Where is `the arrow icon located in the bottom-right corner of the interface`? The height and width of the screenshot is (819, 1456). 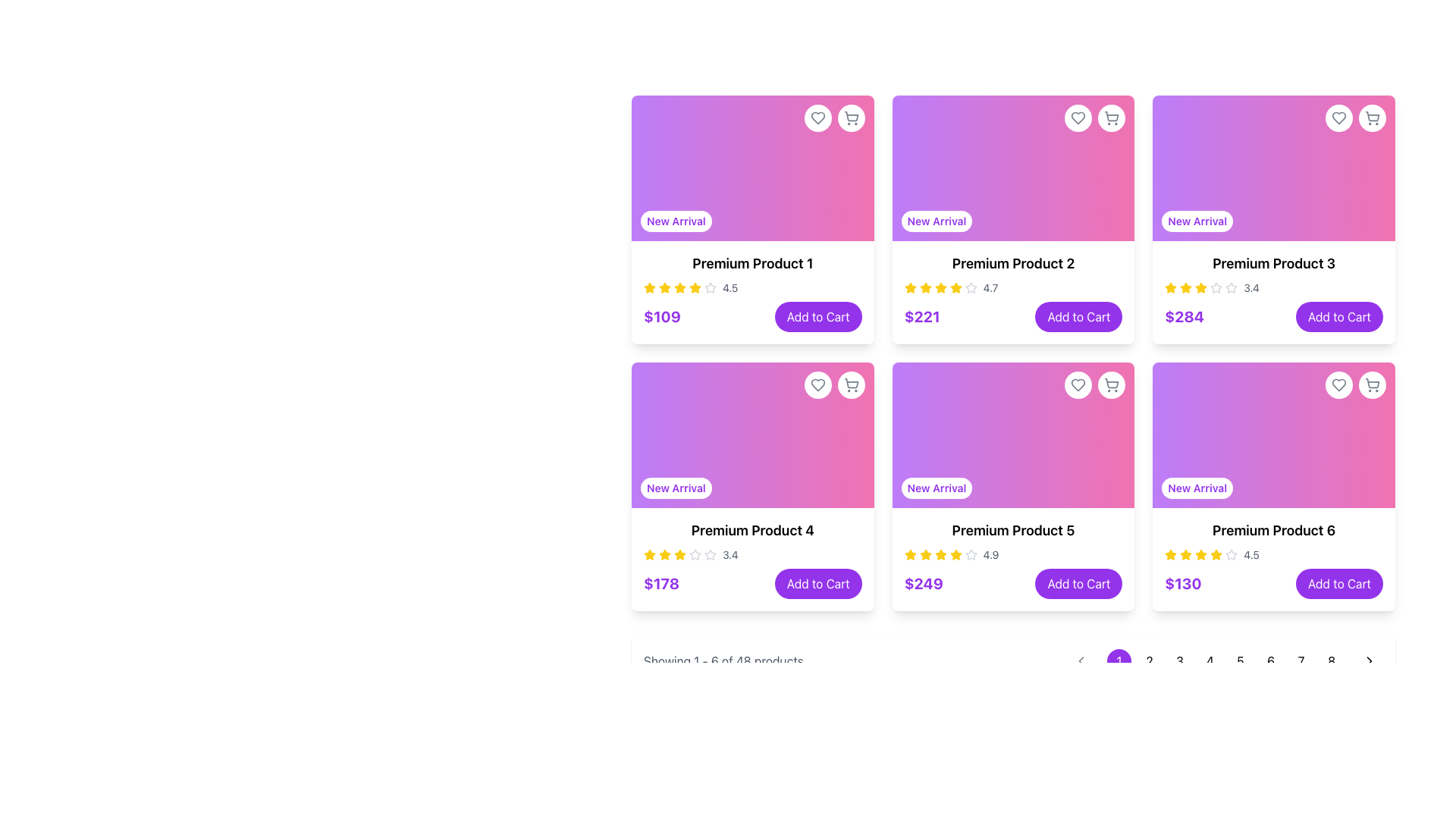 the arrow icon located in the bottom-right corner of the interface is located at coordinates (1080, 660).